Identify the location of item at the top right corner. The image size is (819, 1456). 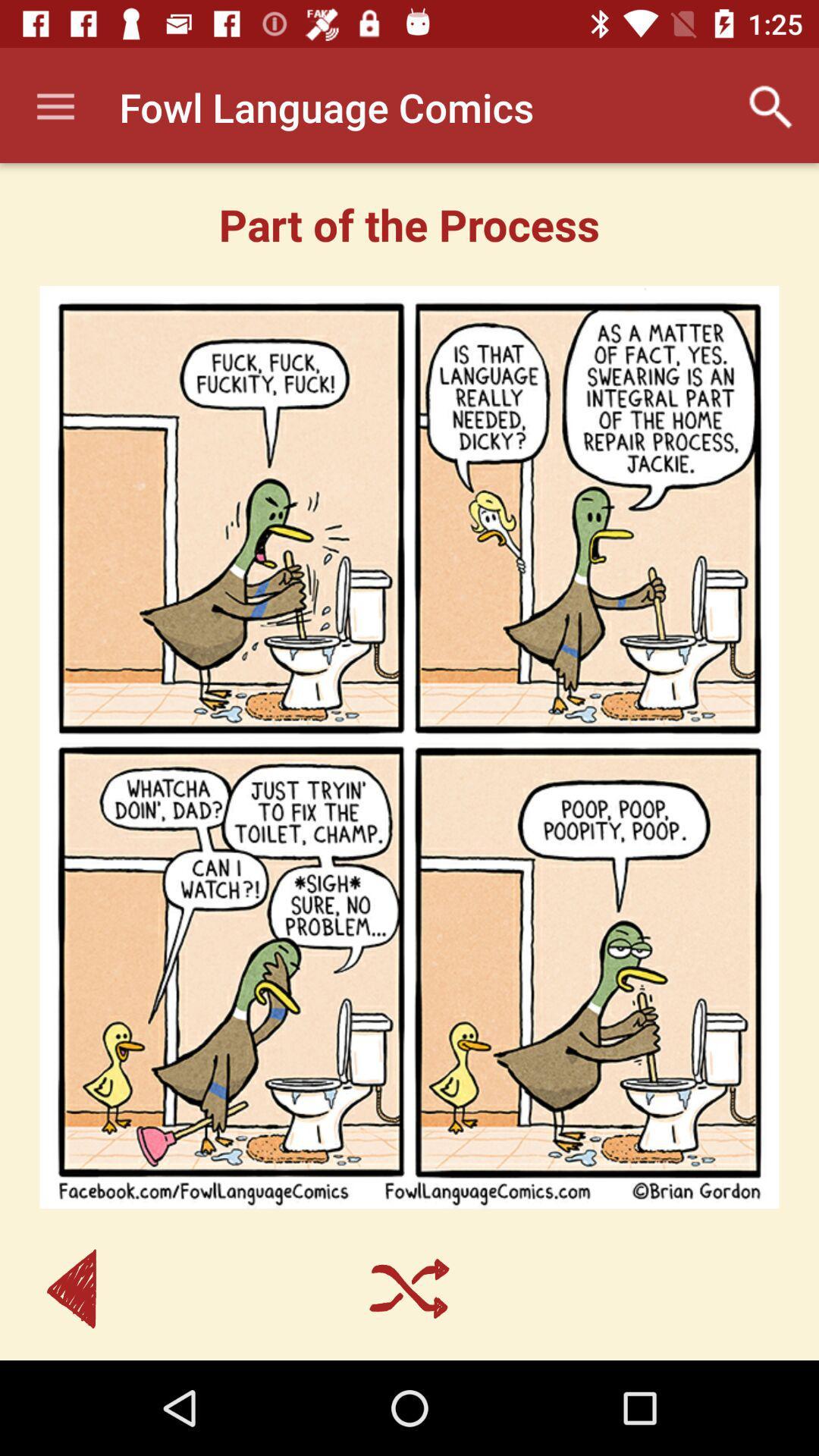
(771, 106).